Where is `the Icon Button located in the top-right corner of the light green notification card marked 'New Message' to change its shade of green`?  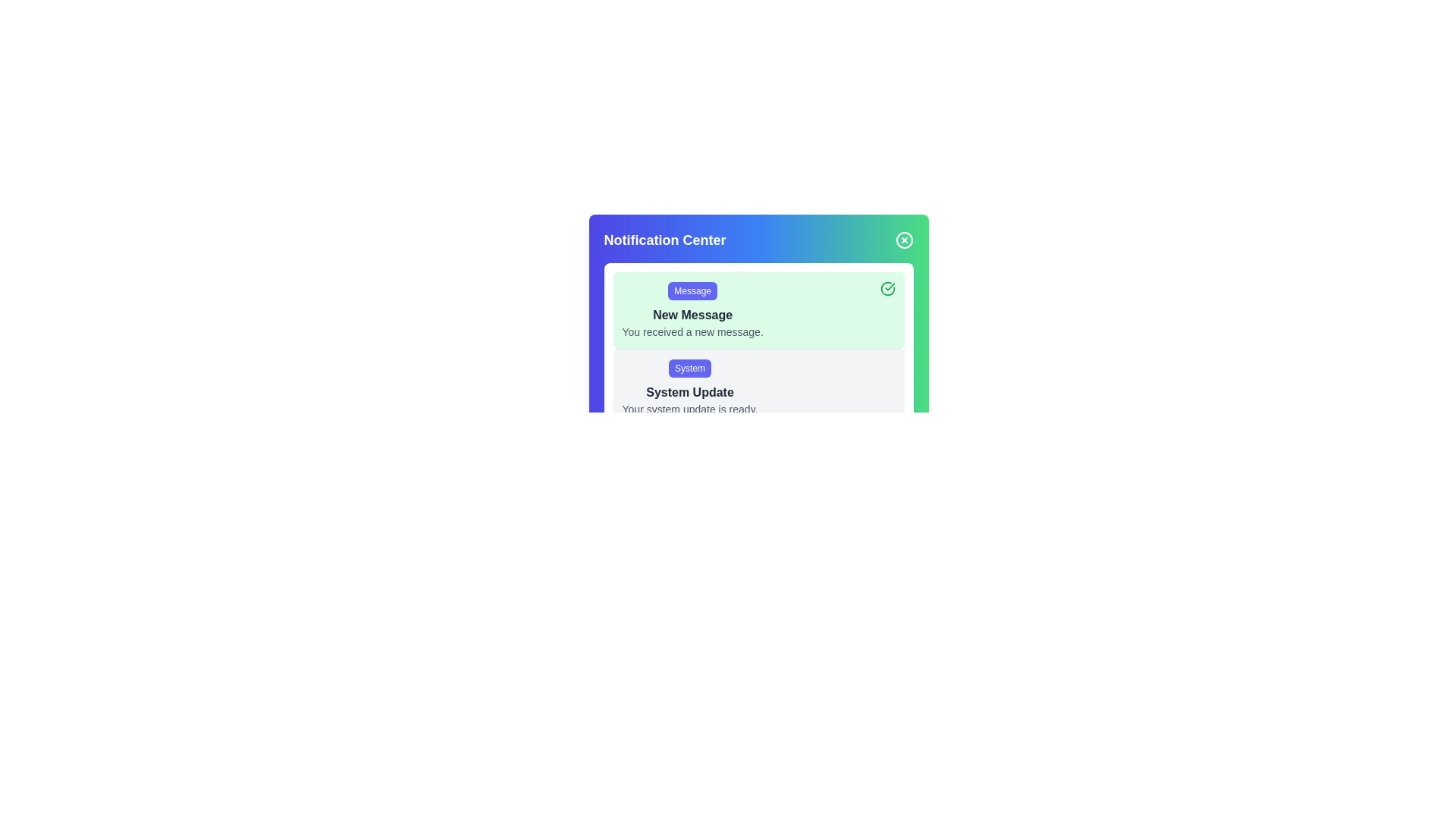
the Icon Button located in the top-right corner of the light green notification card marked 'New Message' to change its shade of green is located at coordinates (887, 289).